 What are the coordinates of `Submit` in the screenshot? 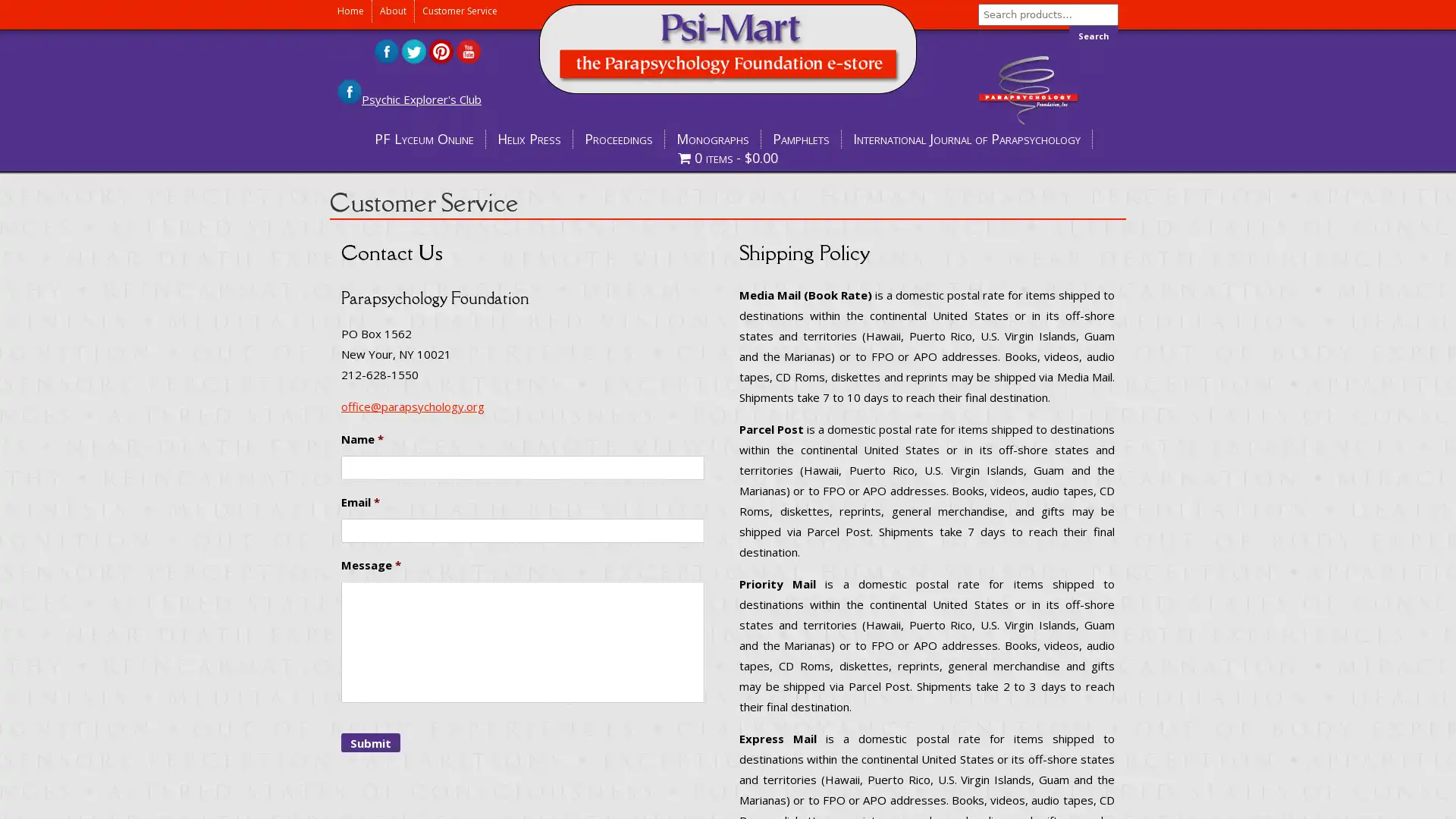 It's located at (371, 742).